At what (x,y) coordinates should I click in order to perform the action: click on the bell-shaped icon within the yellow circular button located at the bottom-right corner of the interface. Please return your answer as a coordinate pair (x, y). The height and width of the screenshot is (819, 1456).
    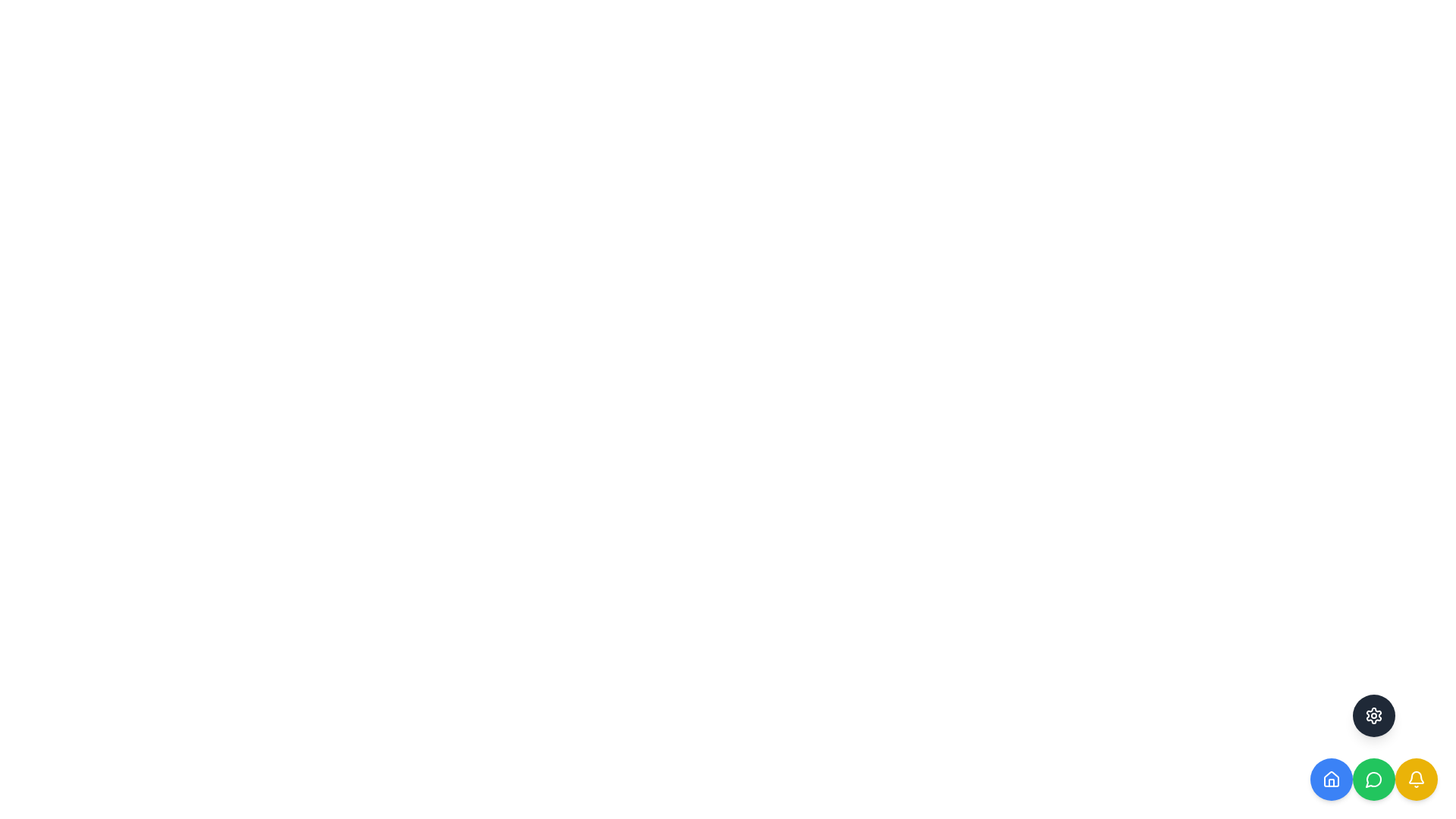
    Looking at the image, I should click on (1415, 780).